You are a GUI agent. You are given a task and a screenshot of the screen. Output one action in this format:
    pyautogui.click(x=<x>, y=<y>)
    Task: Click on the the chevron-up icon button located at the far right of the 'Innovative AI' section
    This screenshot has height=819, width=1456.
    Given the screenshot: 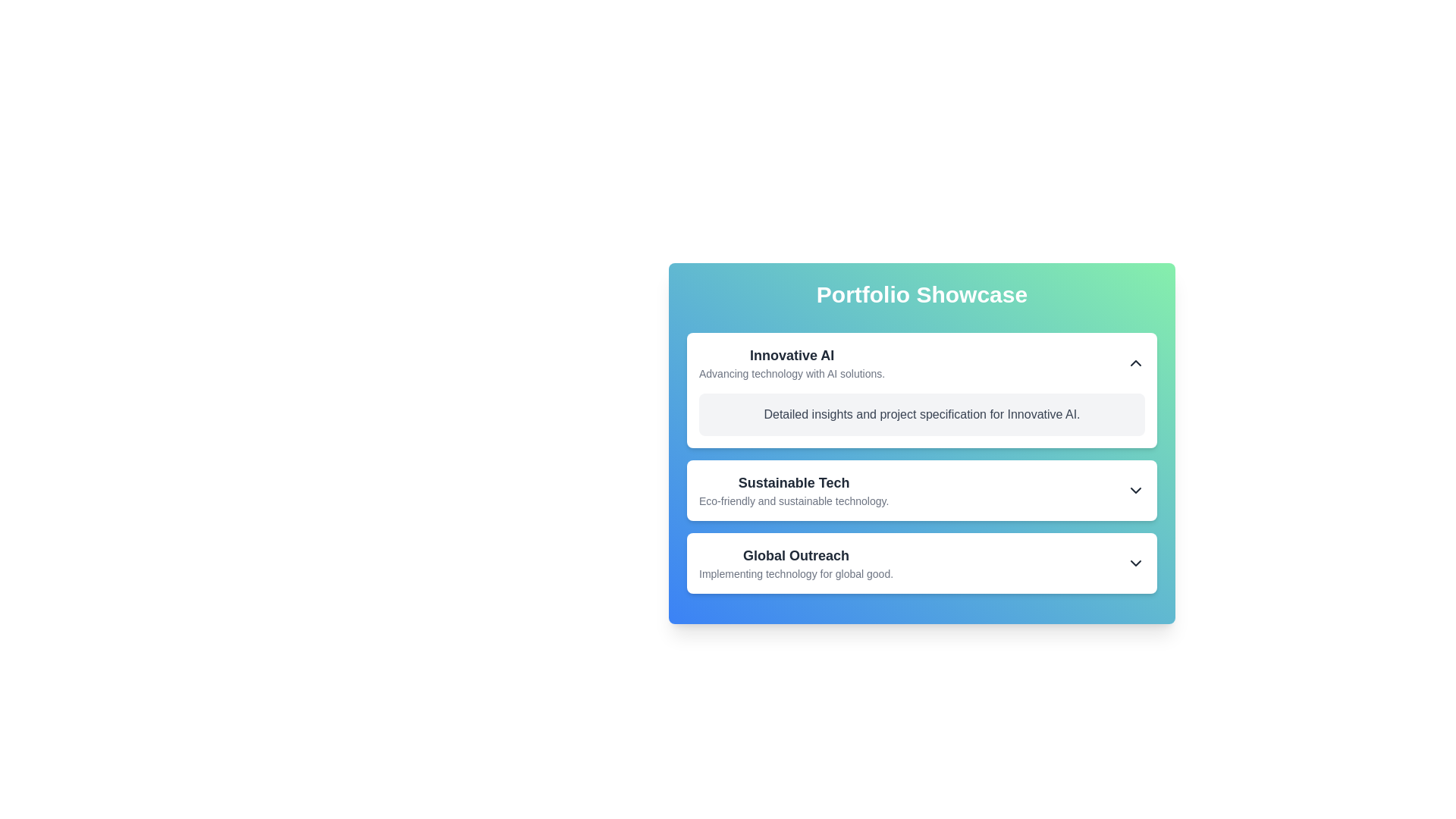 What is the action you would take?
    pyautogui.click(x=1135, y=362)
    